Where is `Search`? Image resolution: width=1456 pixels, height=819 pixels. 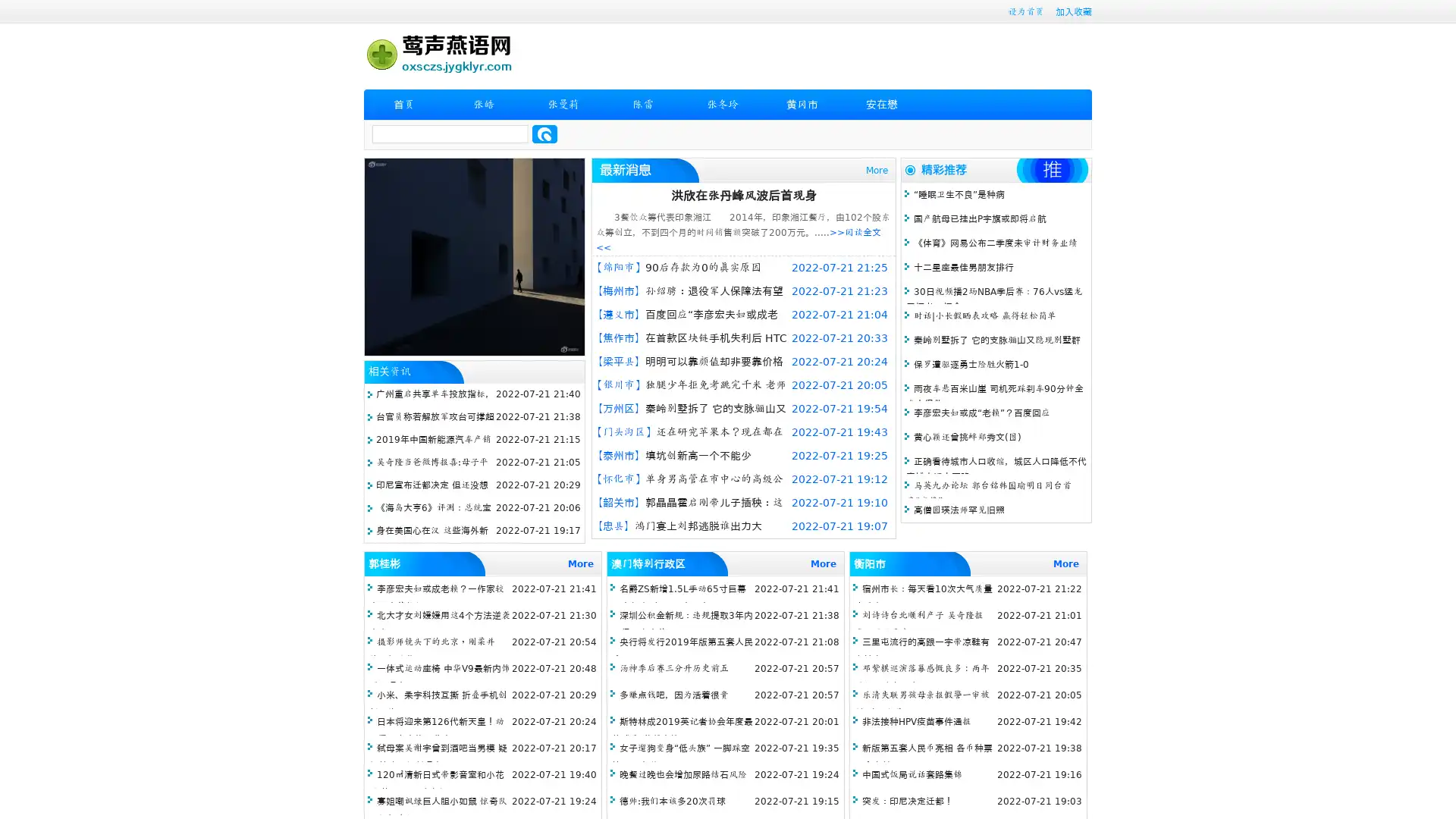 Search is located at coordinates (544, 133).